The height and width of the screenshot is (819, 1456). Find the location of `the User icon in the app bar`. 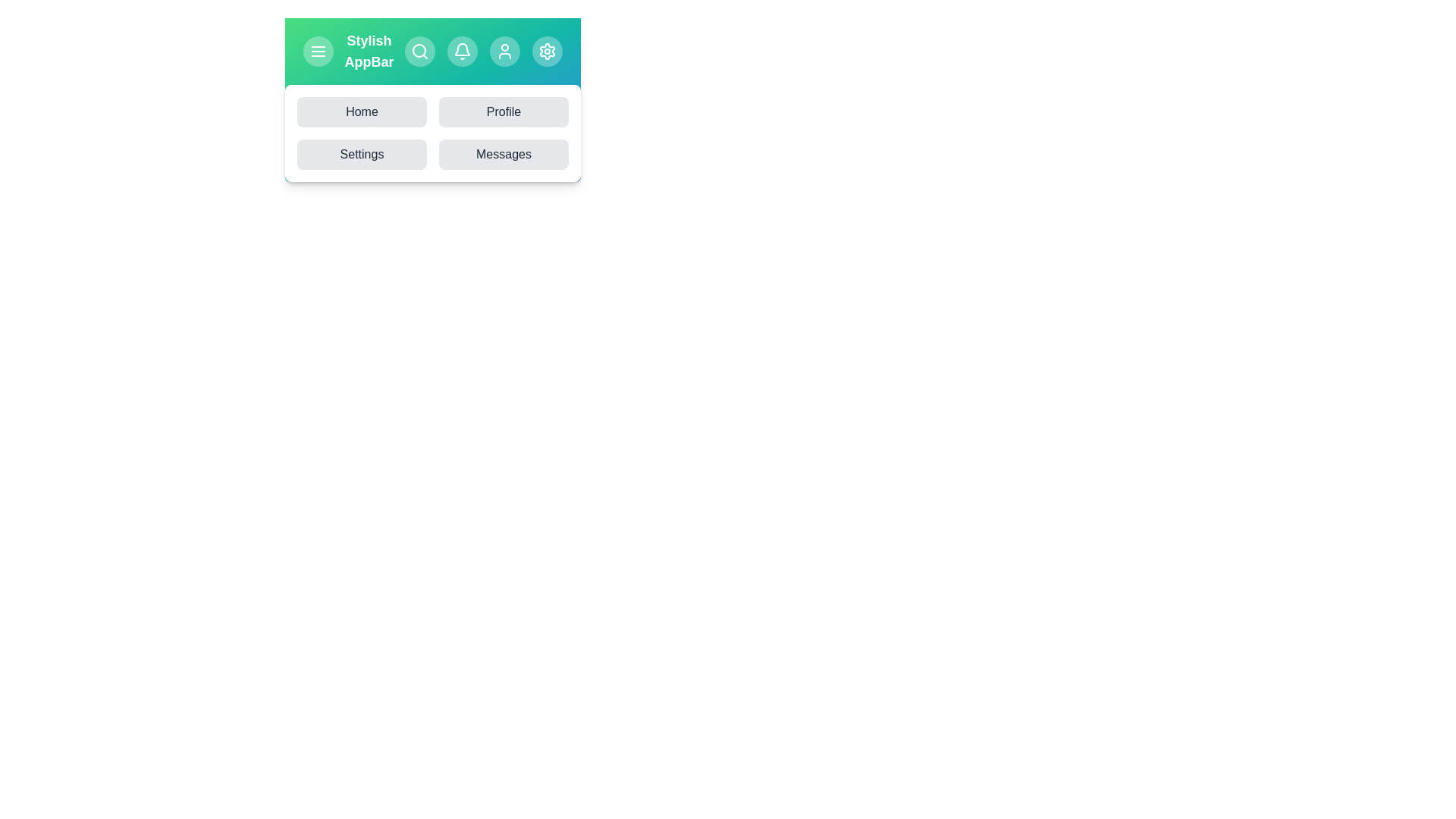

the User icon in the app bar is located at coordinates (505, 51).